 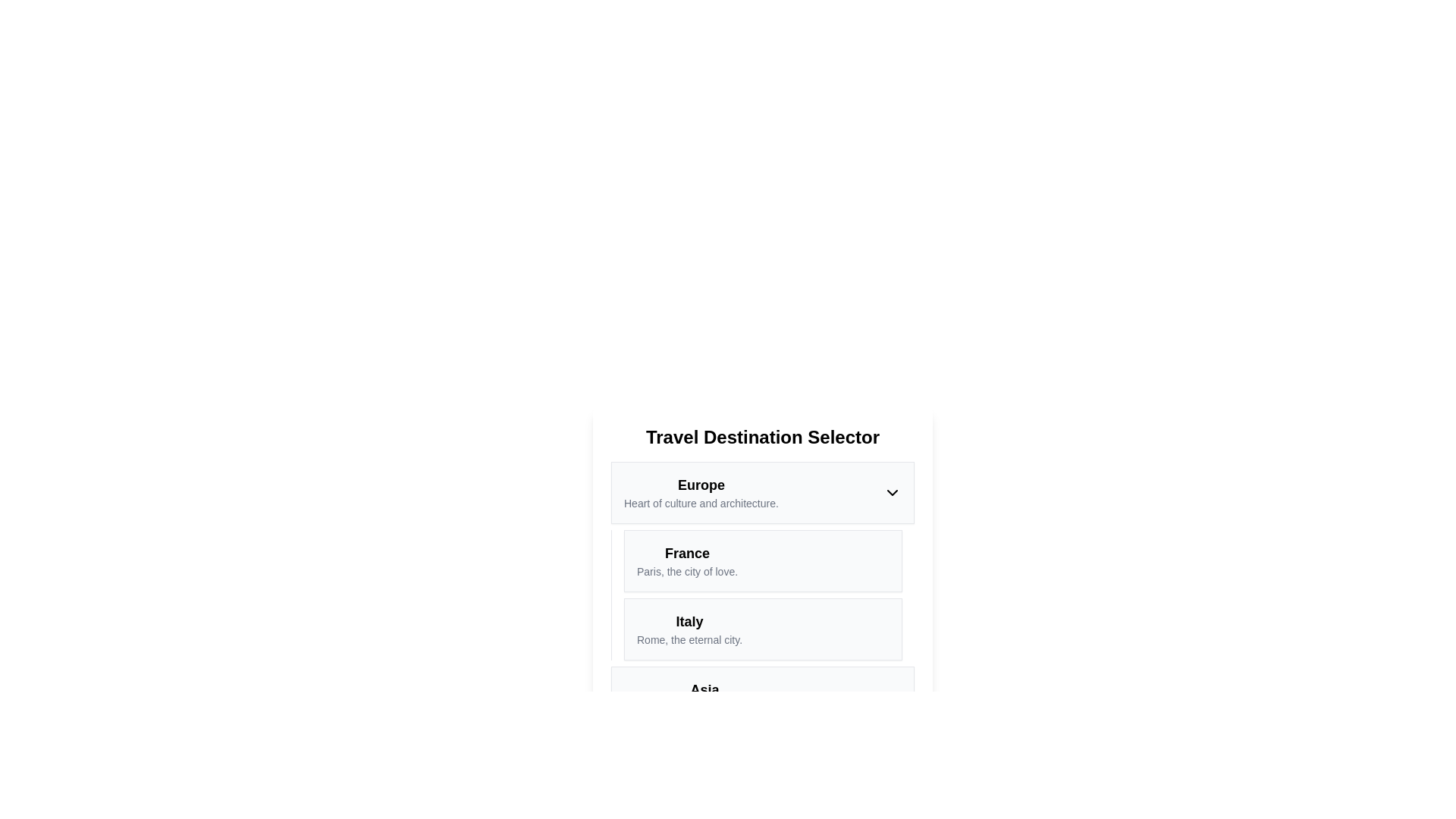 I want to click on the icon located at the far right of the 'Europe' section header, so click(x=892, y=493).